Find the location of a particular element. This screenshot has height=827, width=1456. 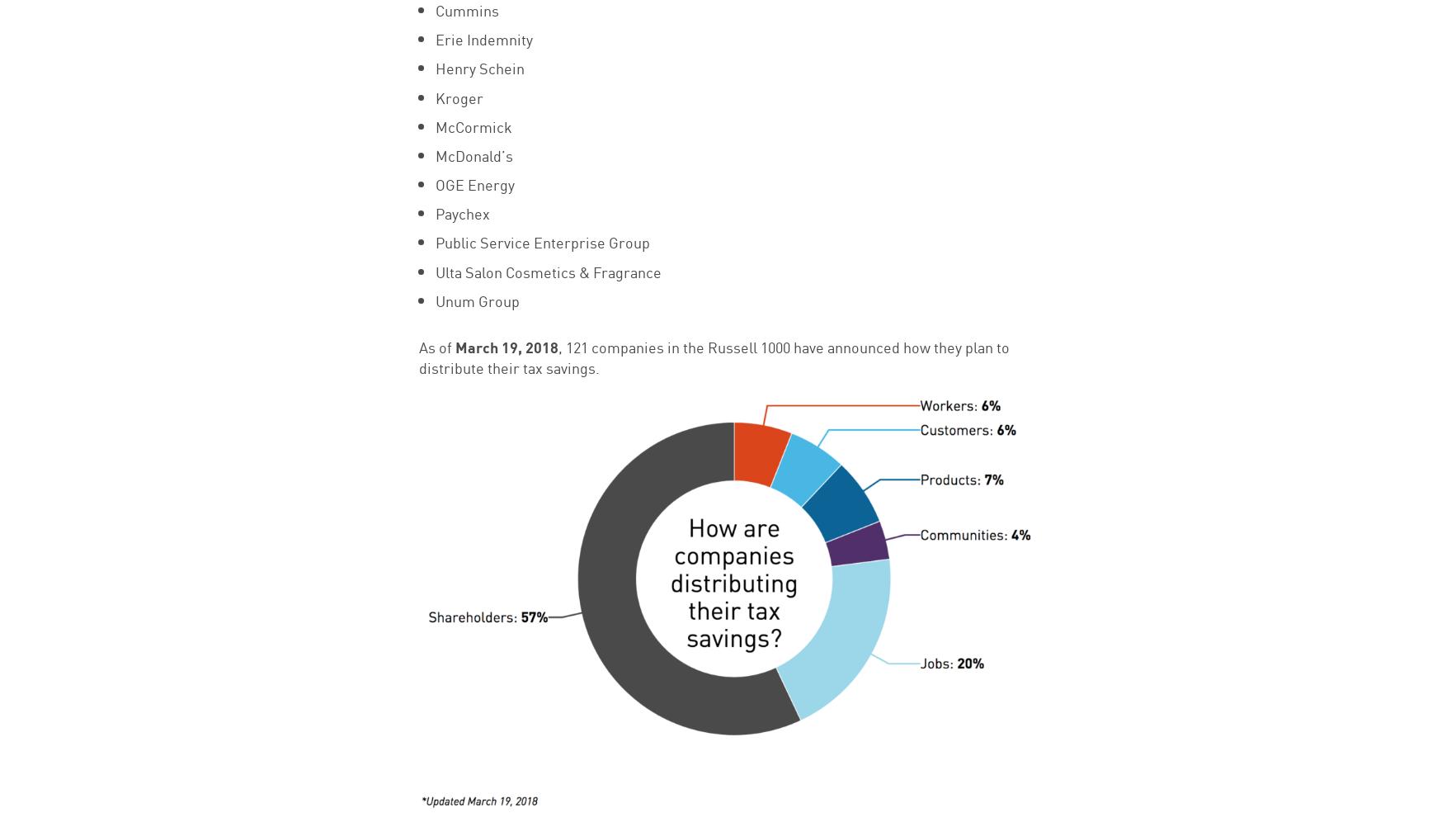

'OGE Energy' is located at coordinates (474, 184).